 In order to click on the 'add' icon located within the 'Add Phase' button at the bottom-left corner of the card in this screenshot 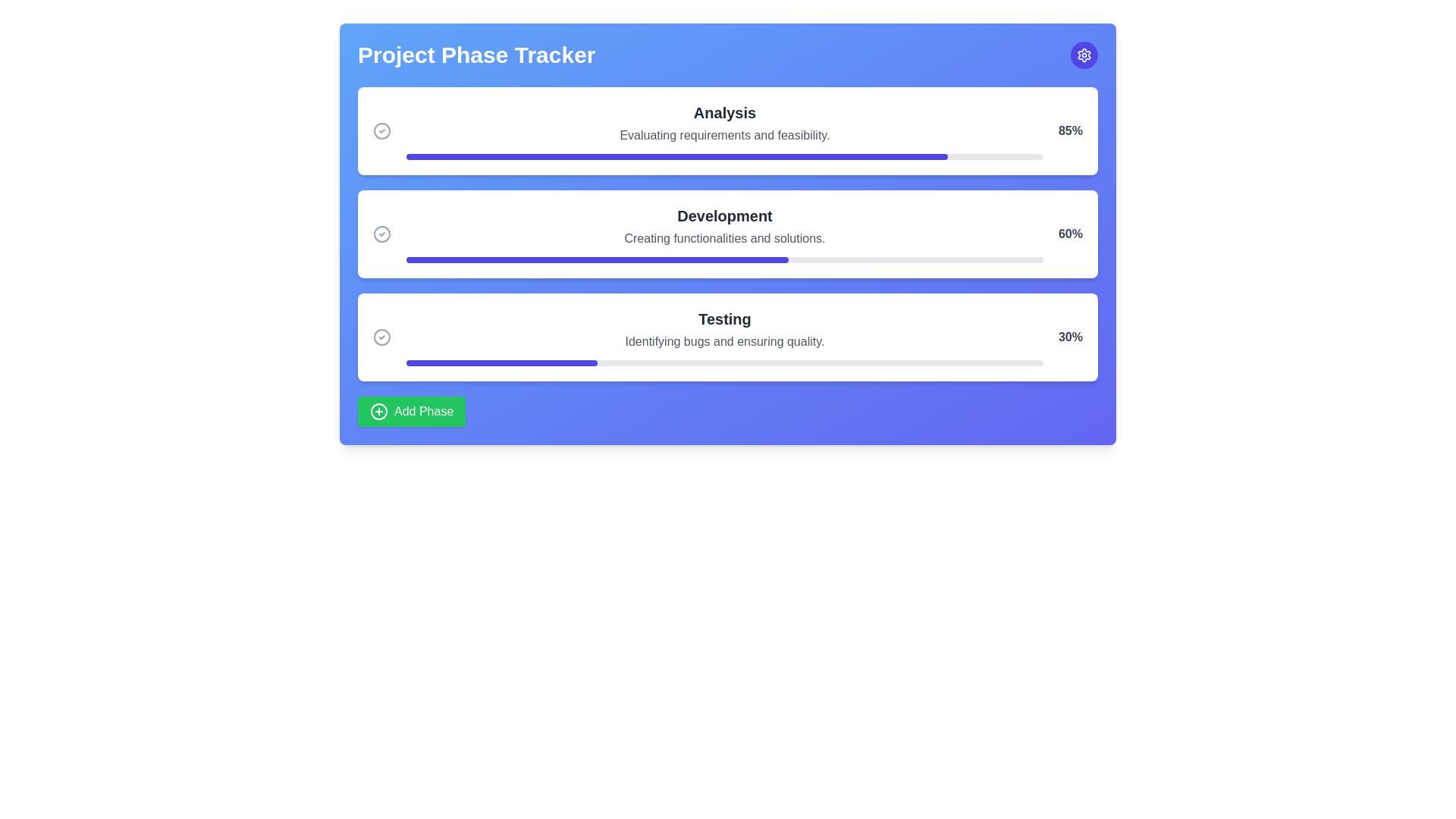, I will do `click(378, 412)`.